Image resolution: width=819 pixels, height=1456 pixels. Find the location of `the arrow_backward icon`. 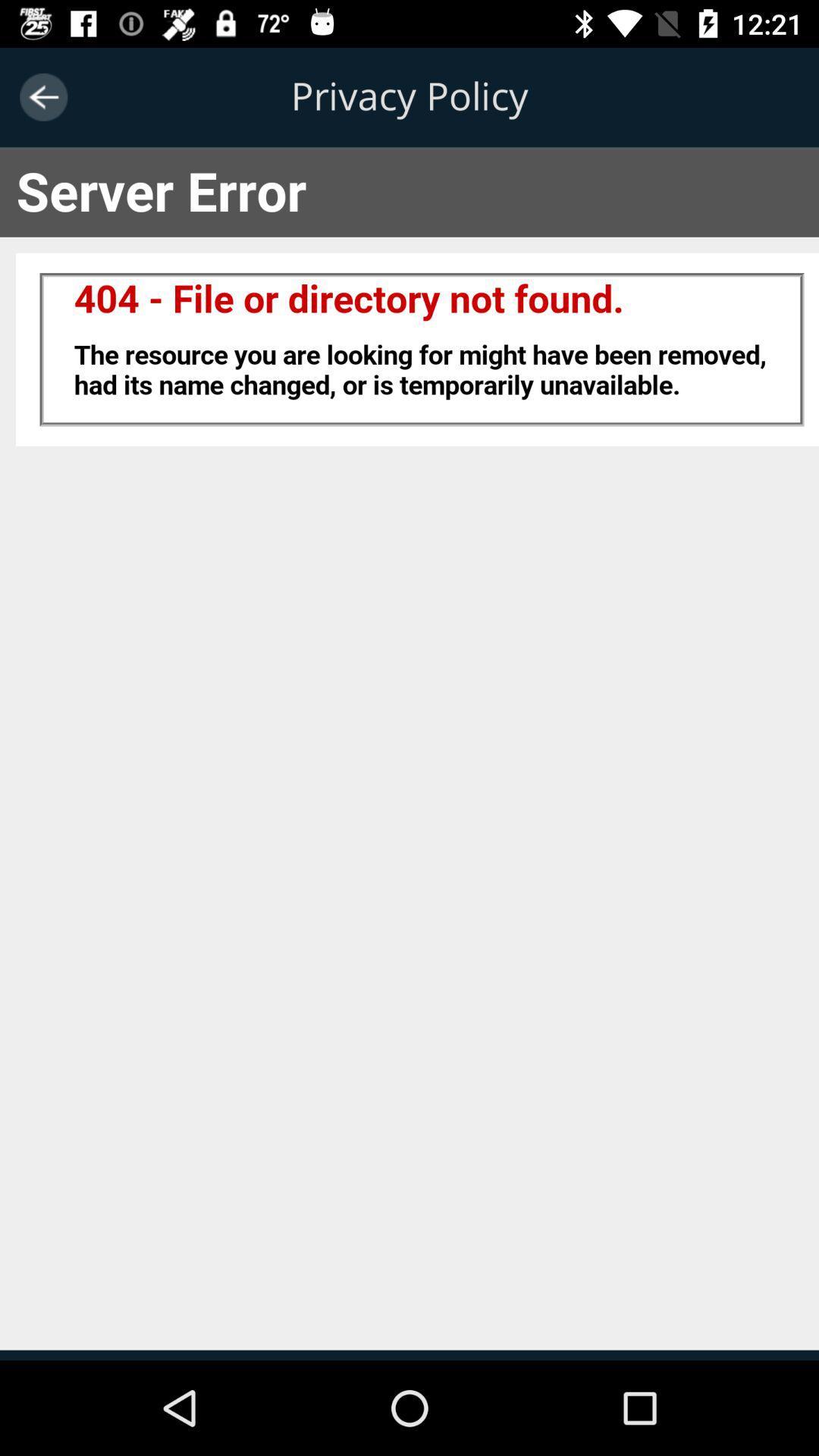

the arrow_backward icon is located at coordinates (42, 96).